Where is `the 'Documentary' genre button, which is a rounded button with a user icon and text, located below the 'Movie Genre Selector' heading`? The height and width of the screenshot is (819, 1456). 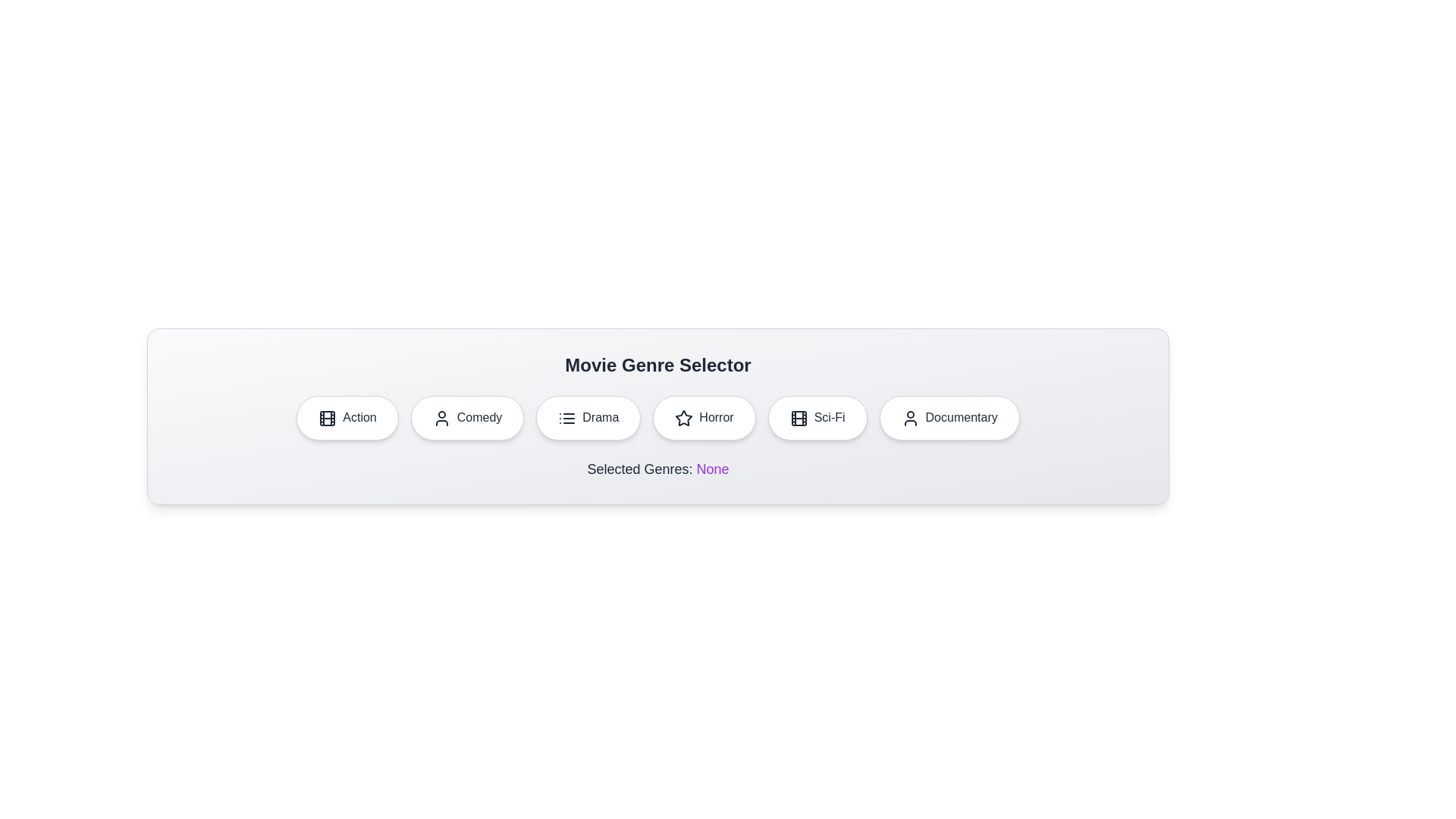
the 'Documentary' genre button, which is a rounded button with a user icon and text, located below the 'Movie Genre Selector' heading is located at coordinates (949, 418).